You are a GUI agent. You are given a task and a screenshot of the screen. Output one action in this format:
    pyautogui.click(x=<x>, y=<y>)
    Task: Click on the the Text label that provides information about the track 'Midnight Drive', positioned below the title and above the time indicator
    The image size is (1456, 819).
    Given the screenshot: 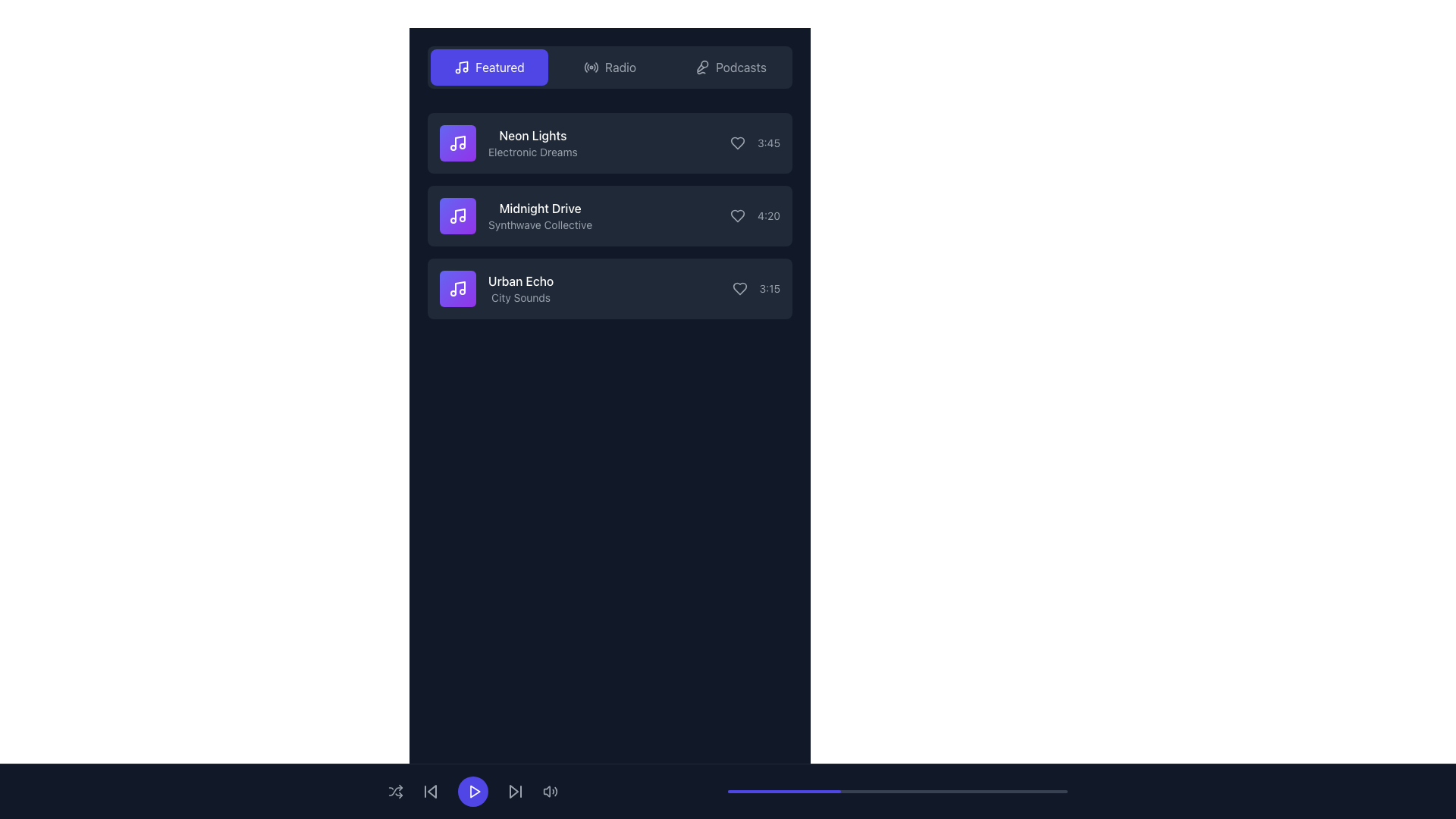 What is the action you would take?
    pyautogui.click(x=540, y=225)
    